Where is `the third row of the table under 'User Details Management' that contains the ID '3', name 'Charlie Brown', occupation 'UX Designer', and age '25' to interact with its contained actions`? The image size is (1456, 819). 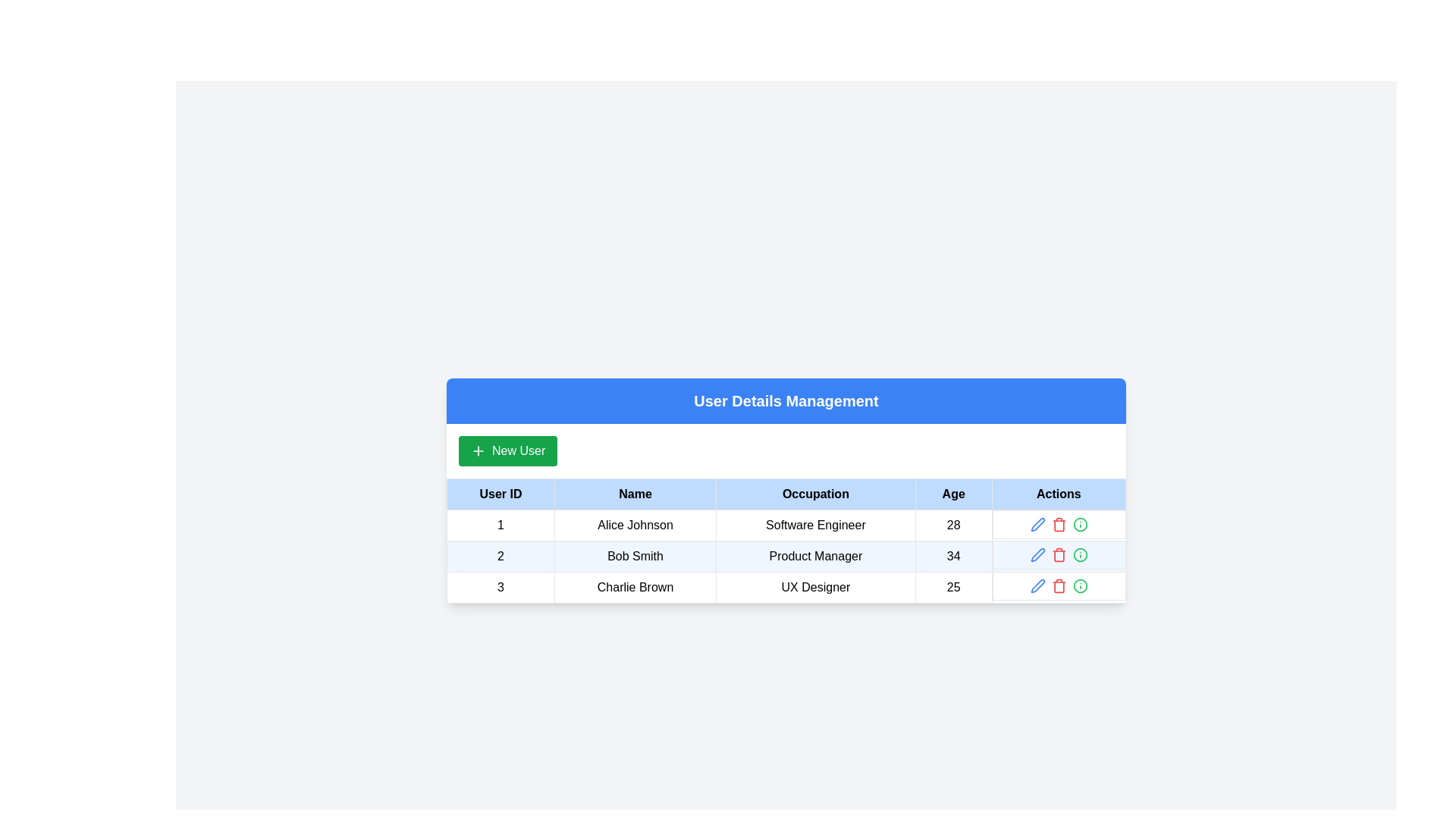
the third row of the table under 'User Details Management' that contains the ID '3', name 'Charlie Brown', occupation 'UX Designer', and age '25' to interact with its contained actions is located at coordinates (786, 586).